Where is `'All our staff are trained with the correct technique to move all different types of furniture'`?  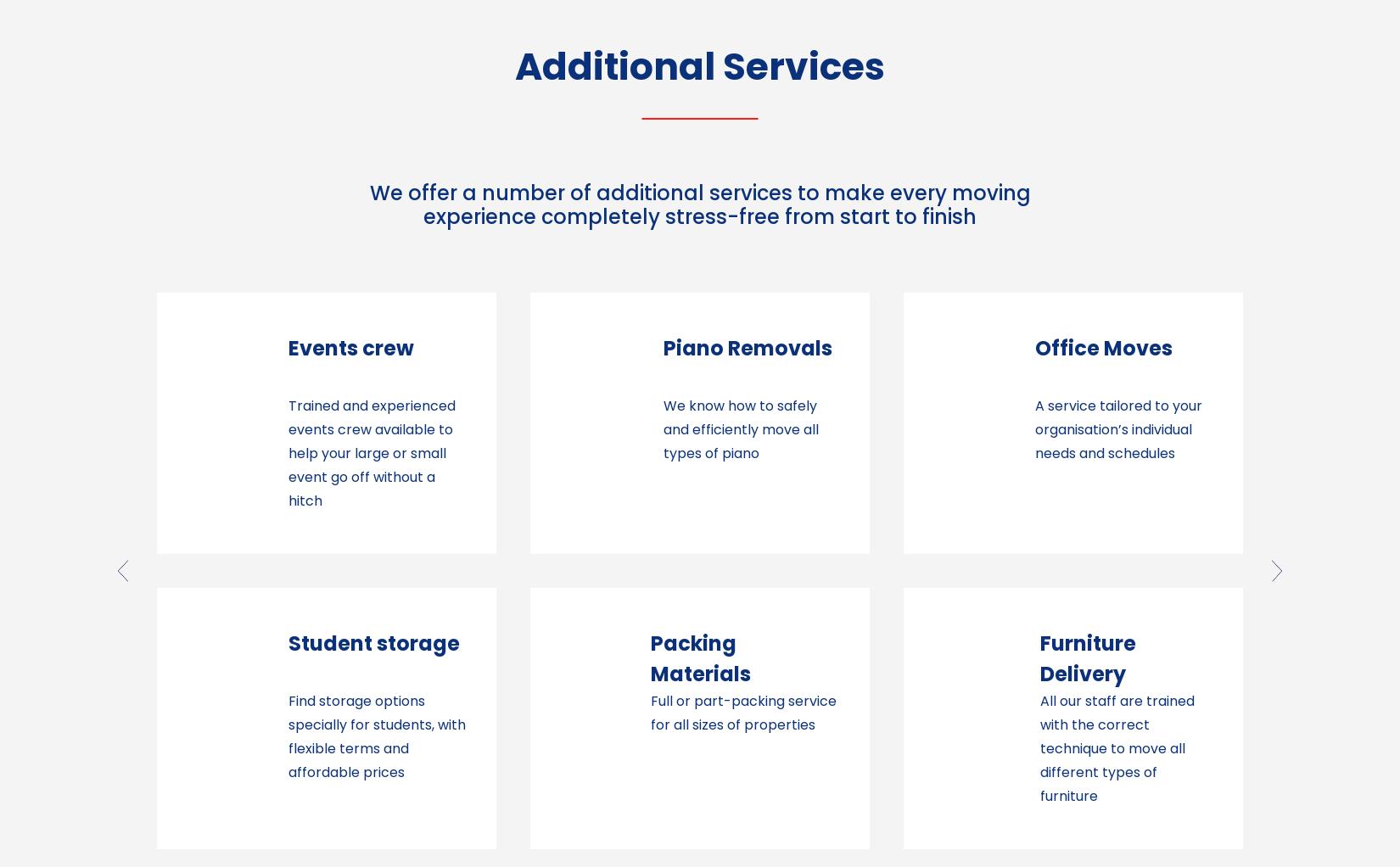 'All our staff are trained with the correct technique to move all different types of furniture' is located at coordinates (743, 747).